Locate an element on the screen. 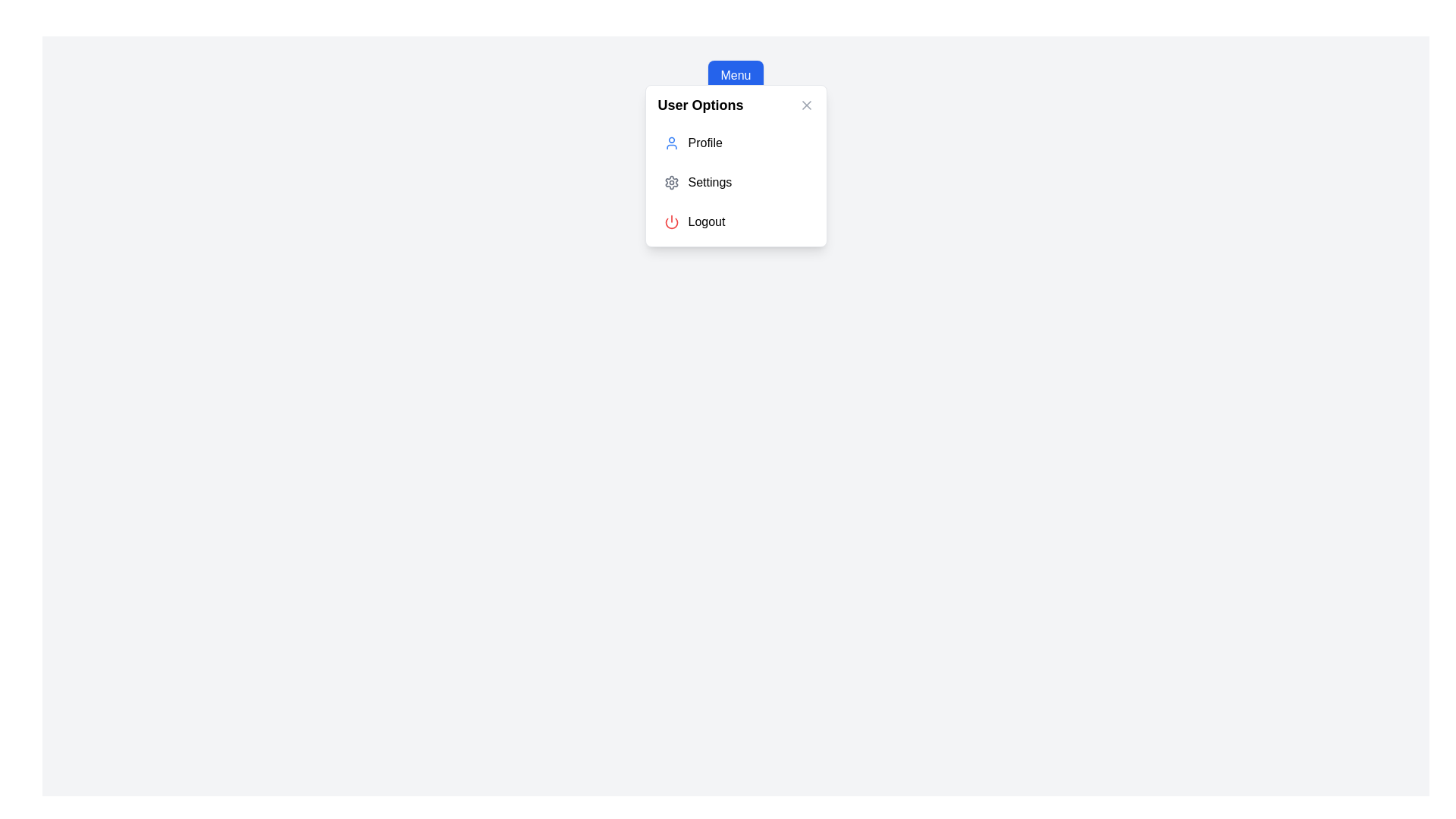 This screenshot has height=819, width=1456. the close icon resembling an 'X', located in the top-right corner of the 'User Options' dropdown menu, which changes color upon hover is located at coordinates (805, 104).